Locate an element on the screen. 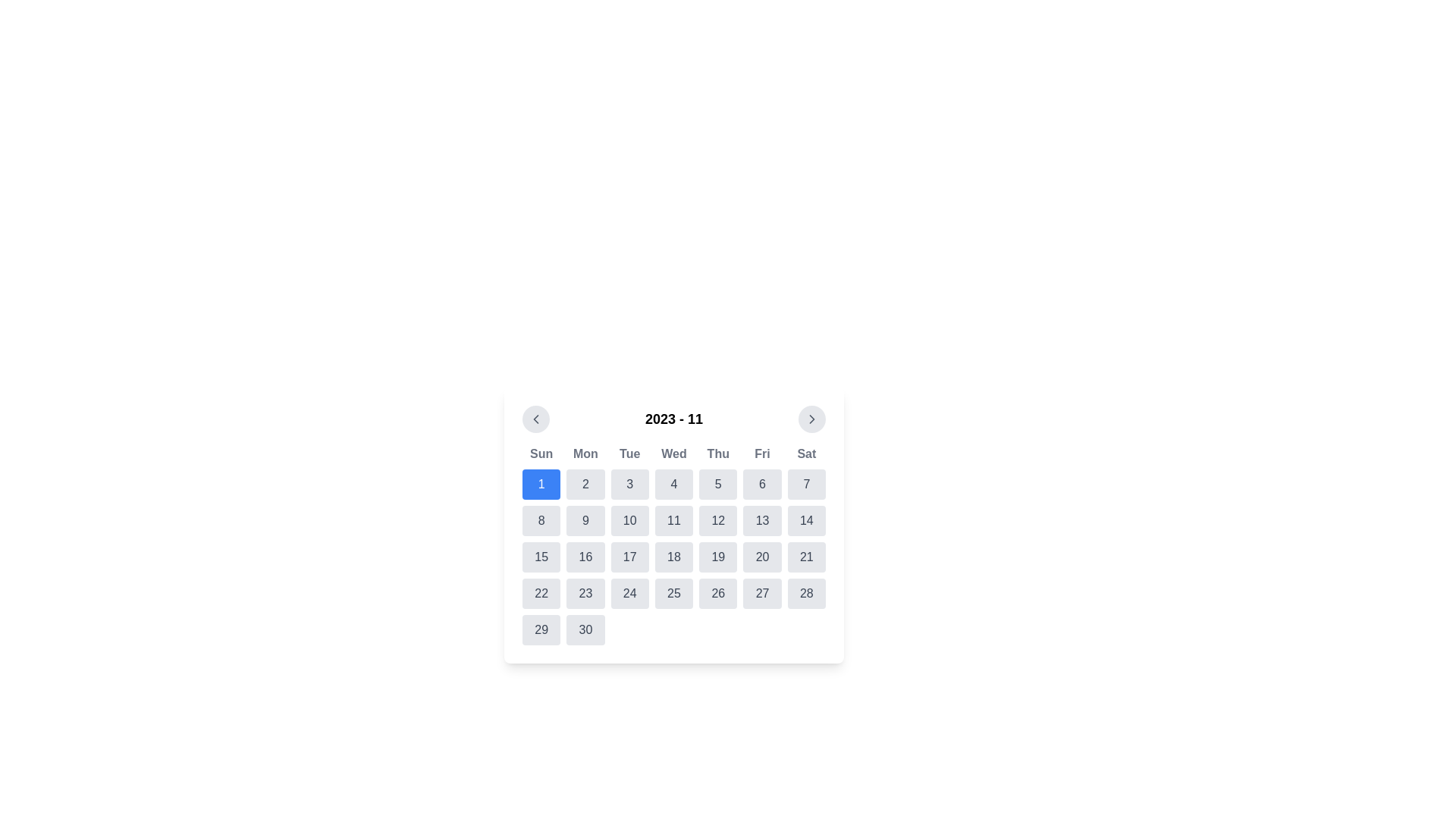 Image resolution: width=1456 pixels, height=819 pixels. the row of textual headers displaying the abbreviated days of the week for the calendar interface, located beneath the title '2023 - 11' is located at coordinates (673, 453).